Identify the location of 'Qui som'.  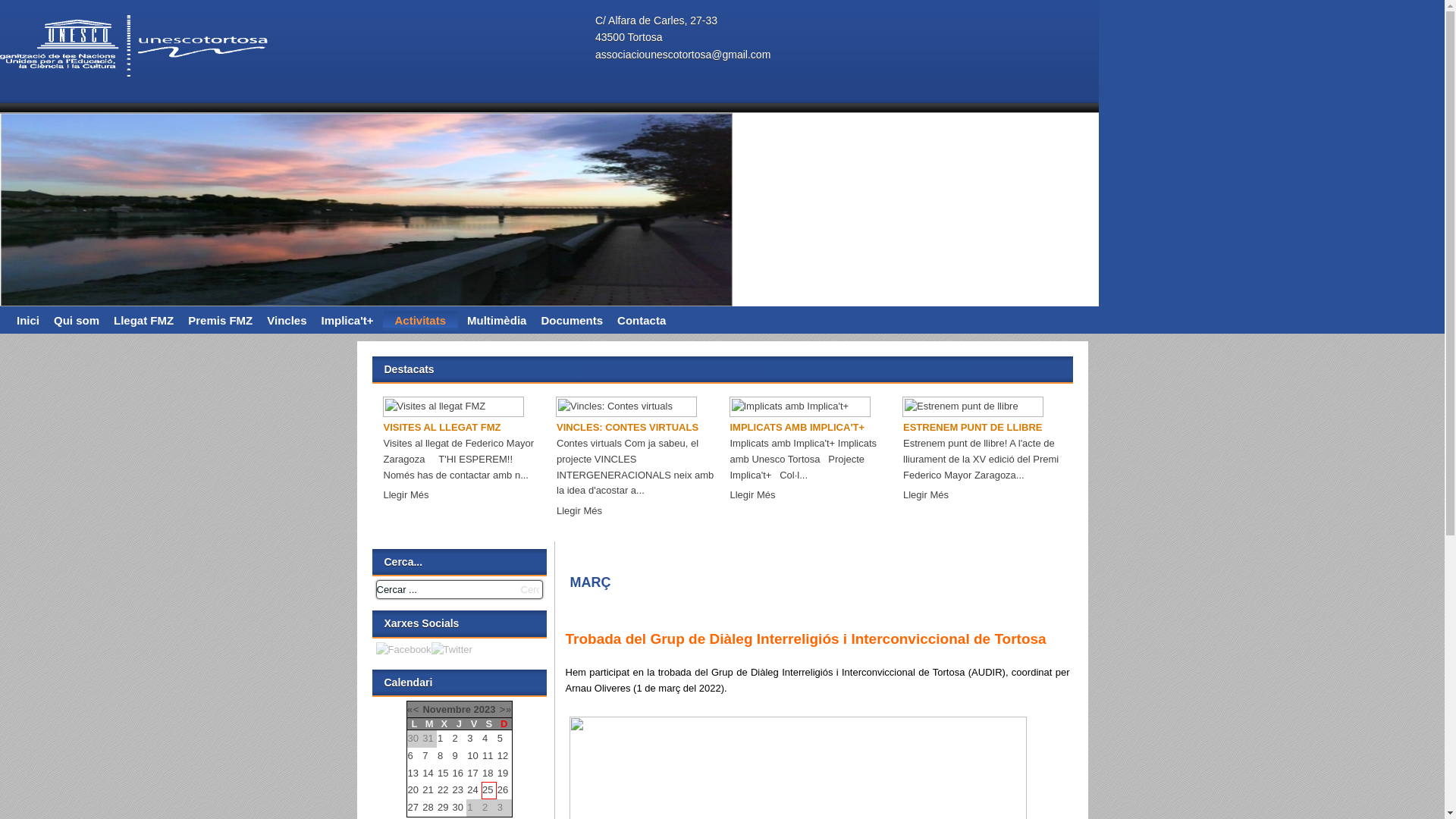
(75, 320).